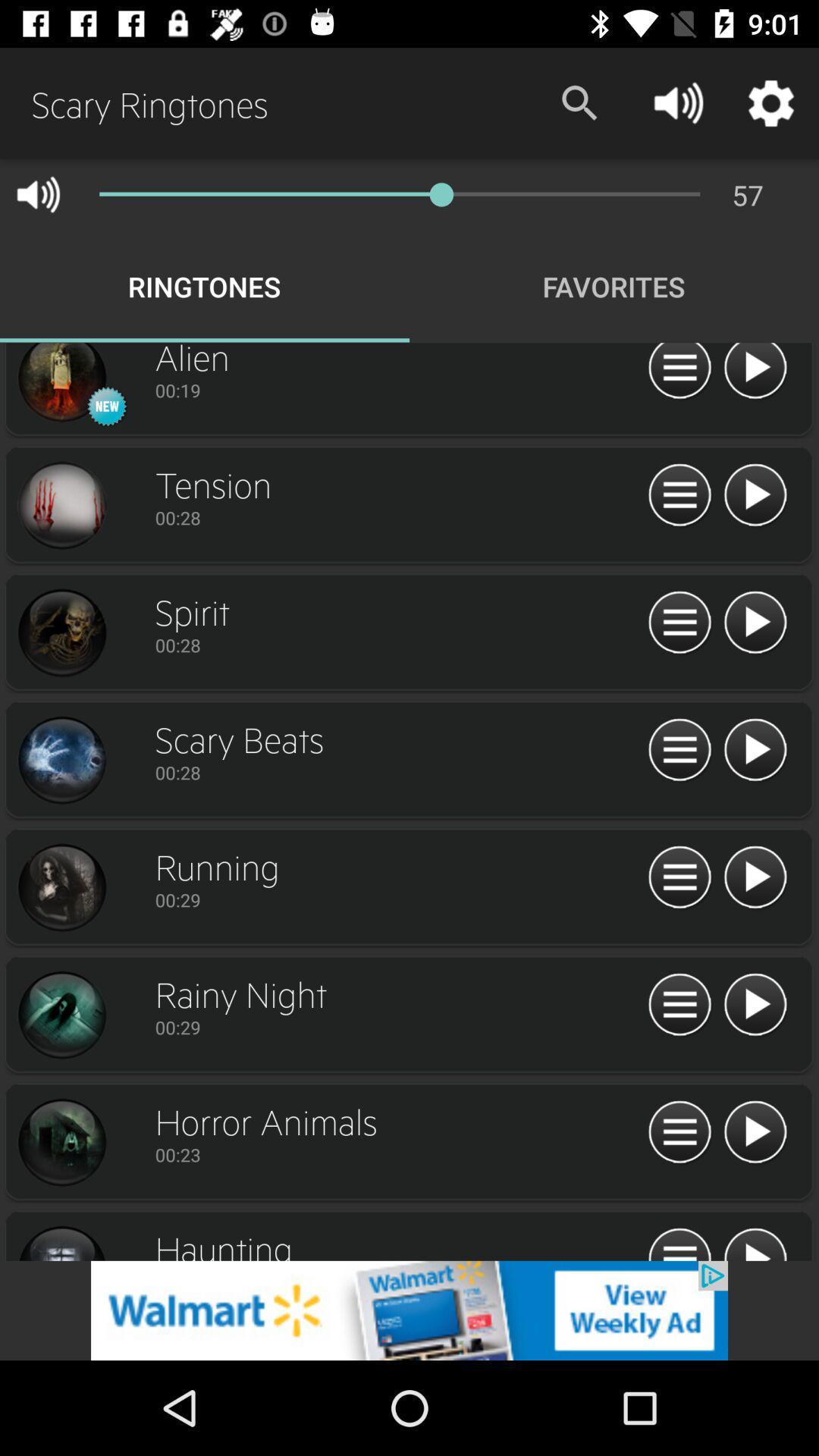  Describe the element at coordinates (755, 750) in the screenshot. I see `button` at that location.